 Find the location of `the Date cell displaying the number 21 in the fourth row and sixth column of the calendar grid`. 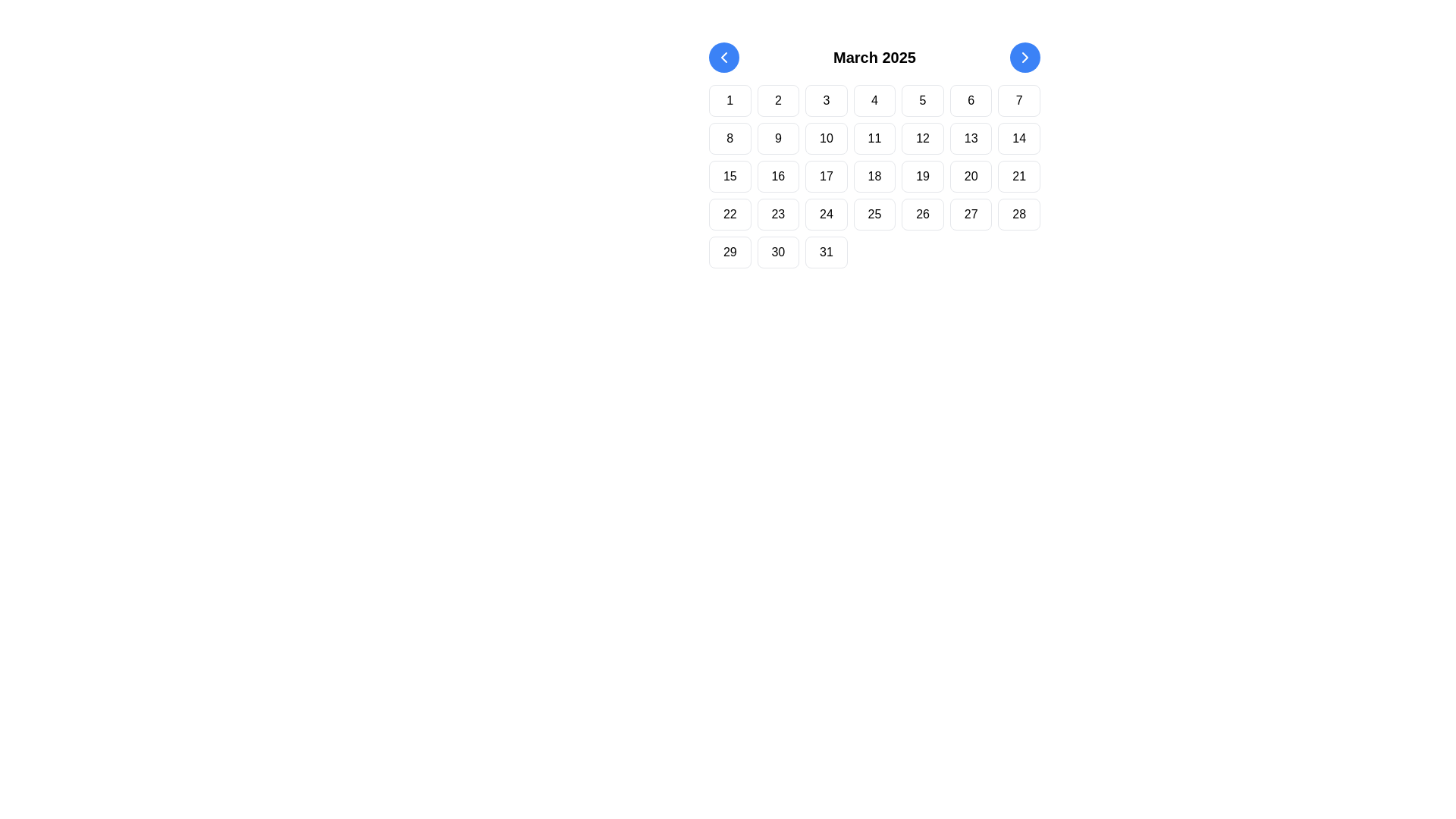

the Date cell displaying the number 21 in the fourth row and sixth column of the calendar grid is located at coordinates (1019, 175).